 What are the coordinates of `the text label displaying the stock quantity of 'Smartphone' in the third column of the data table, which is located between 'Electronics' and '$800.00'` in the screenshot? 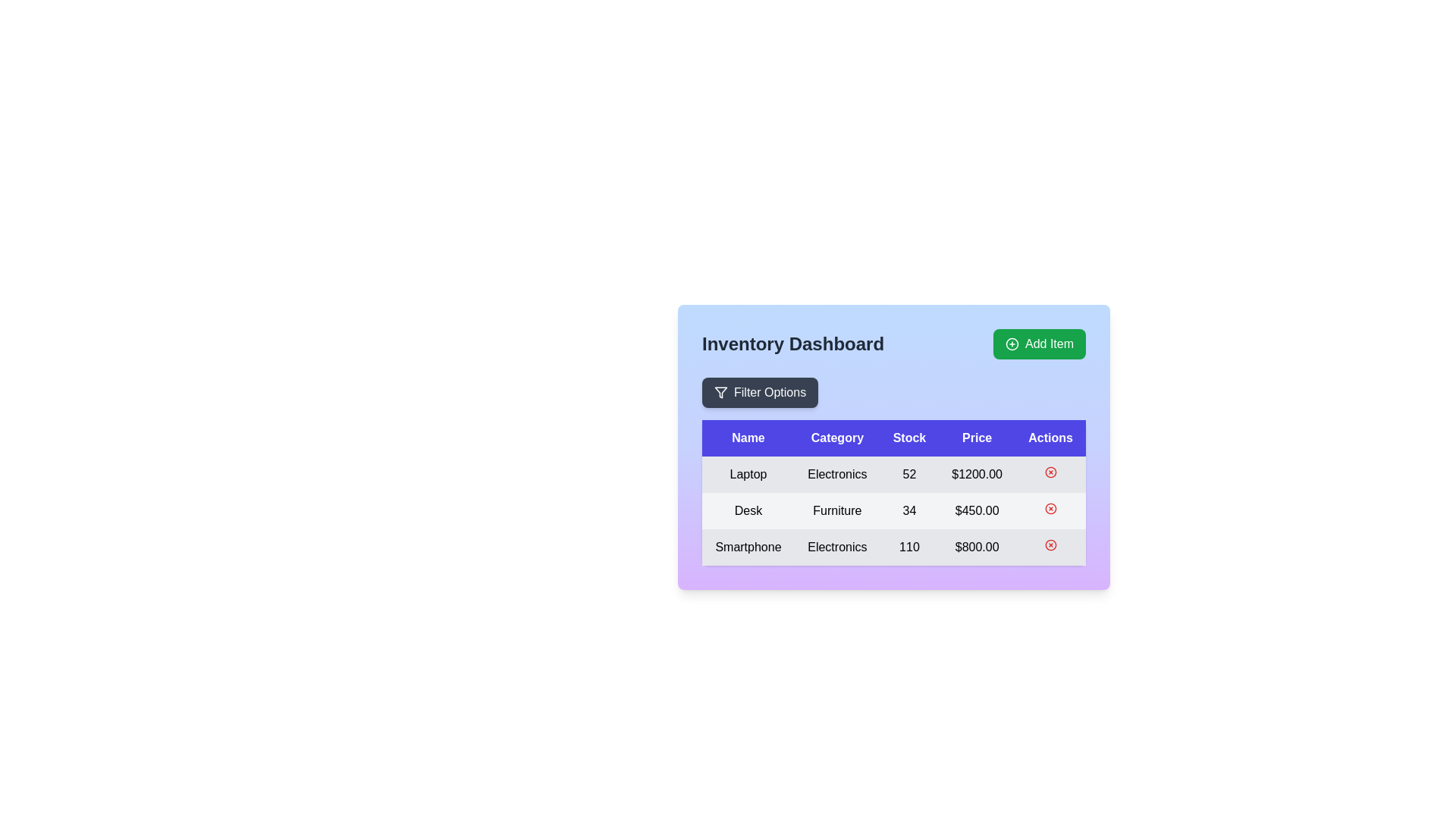 It's located at (909, 547).